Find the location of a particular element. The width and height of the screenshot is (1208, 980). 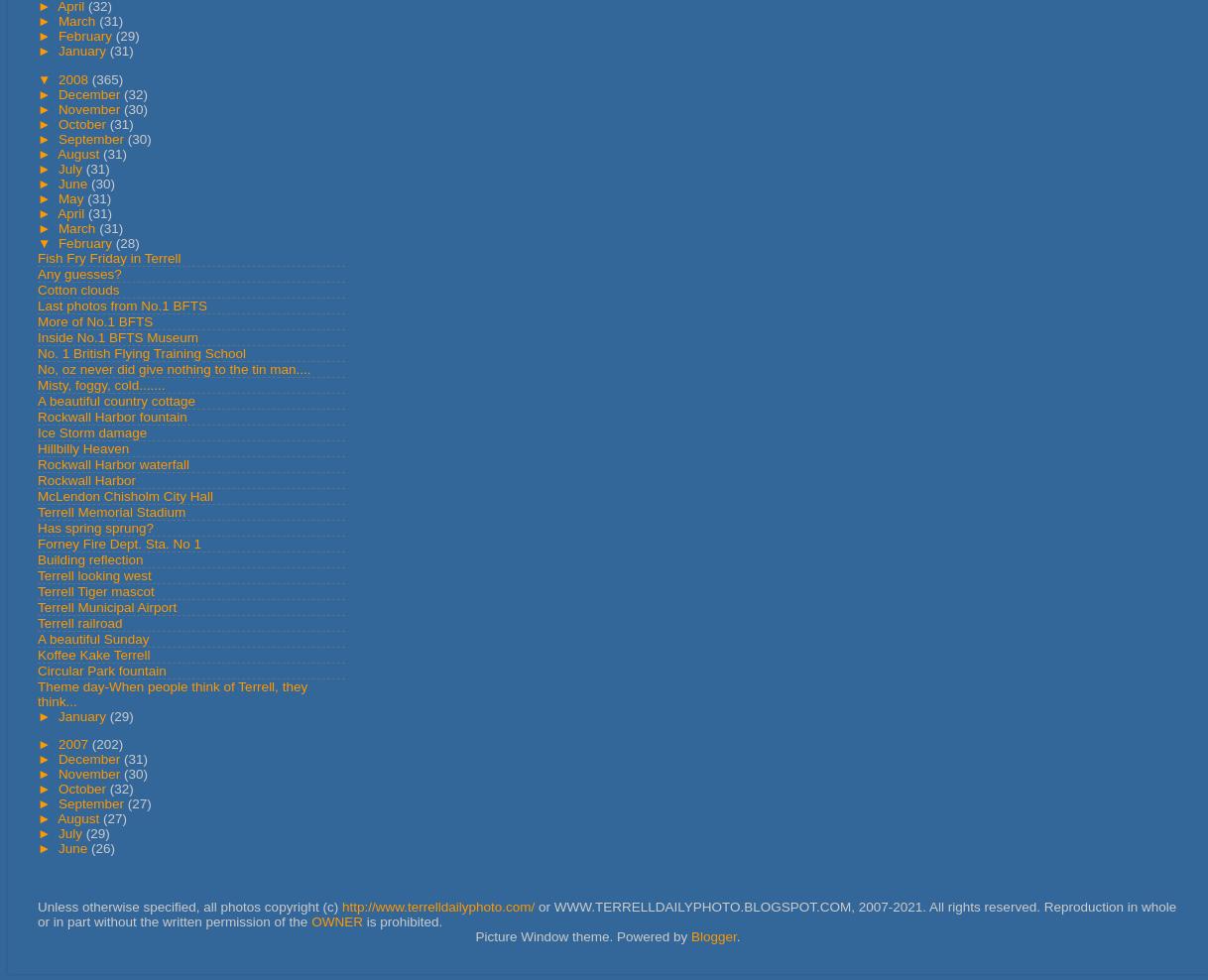

'Rockwall Harbor' is located at coordinates (86, 479).